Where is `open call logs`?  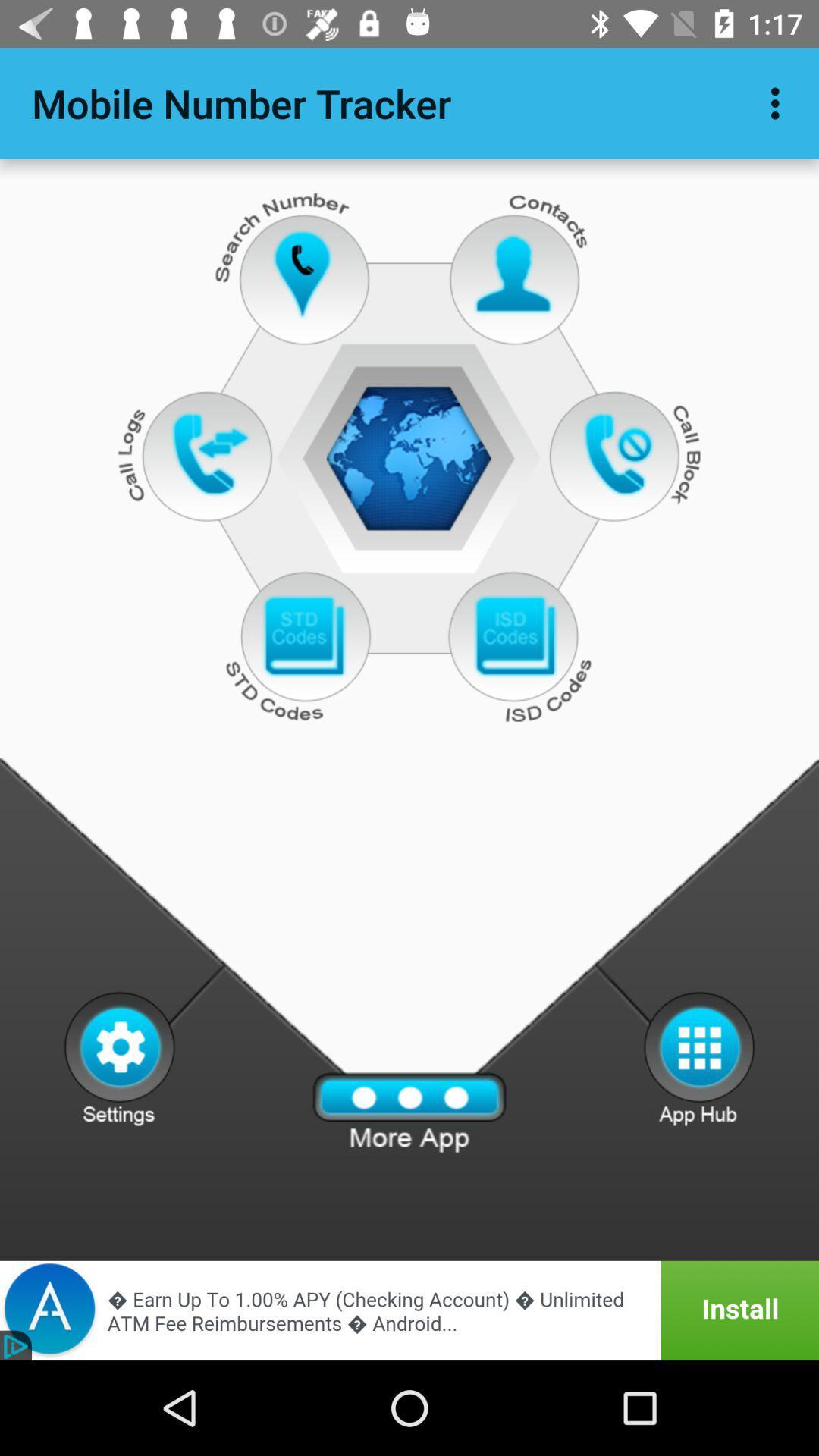
open call logs is located at coordinates (210, 453).